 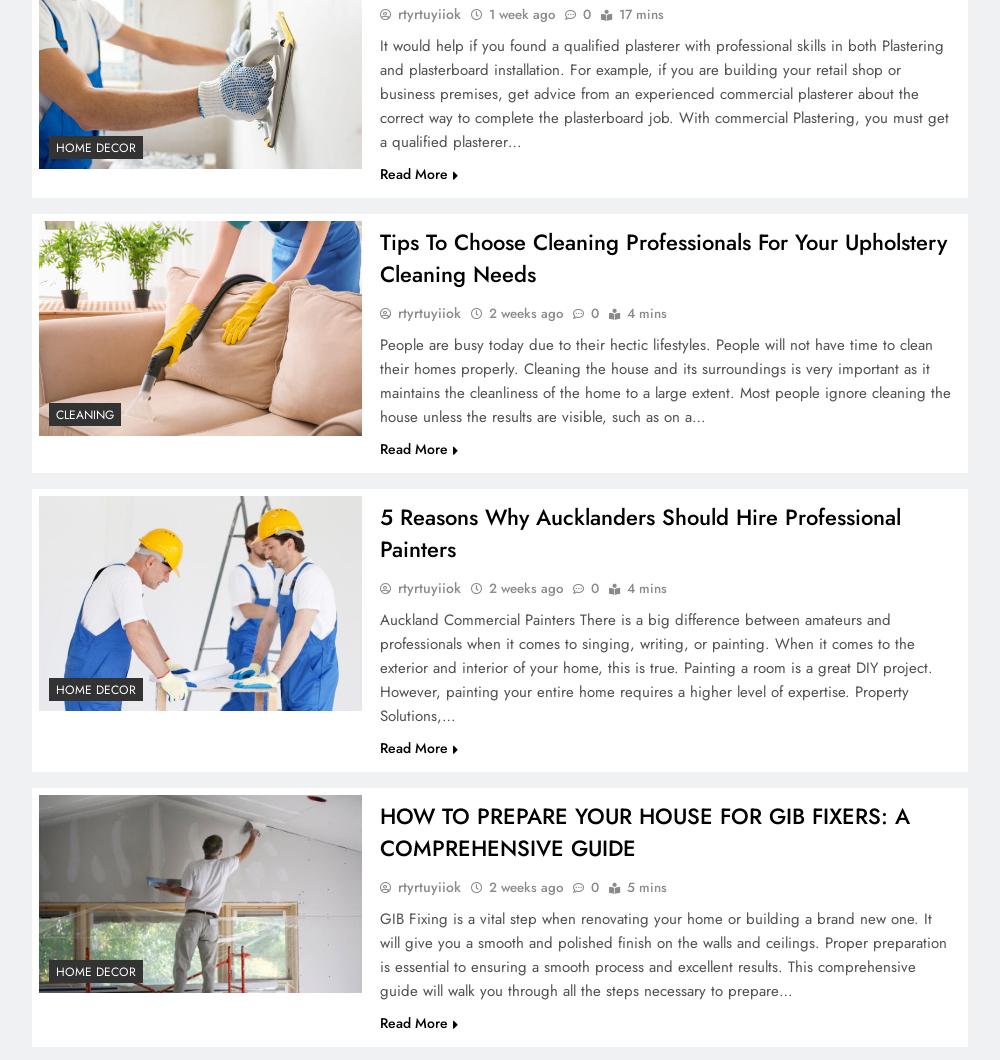 I want to click on '7 mins', so click(x=637, y=174).